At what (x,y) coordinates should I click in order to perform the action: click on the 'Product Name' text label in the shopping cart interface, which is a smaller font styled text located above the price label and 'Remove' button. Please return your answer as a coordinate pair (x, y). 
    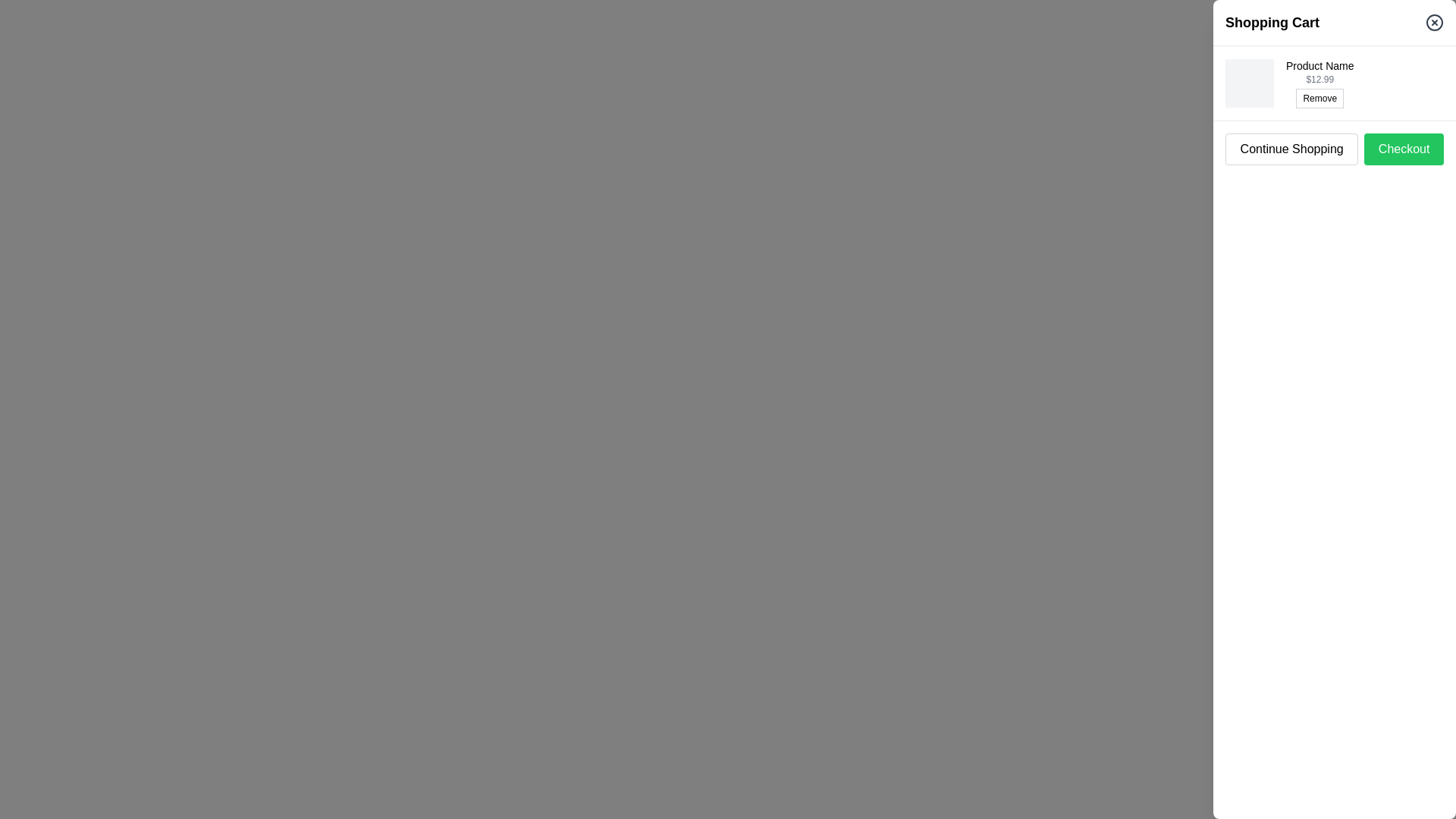
    Looking at the image, I should click on (1319, 65).